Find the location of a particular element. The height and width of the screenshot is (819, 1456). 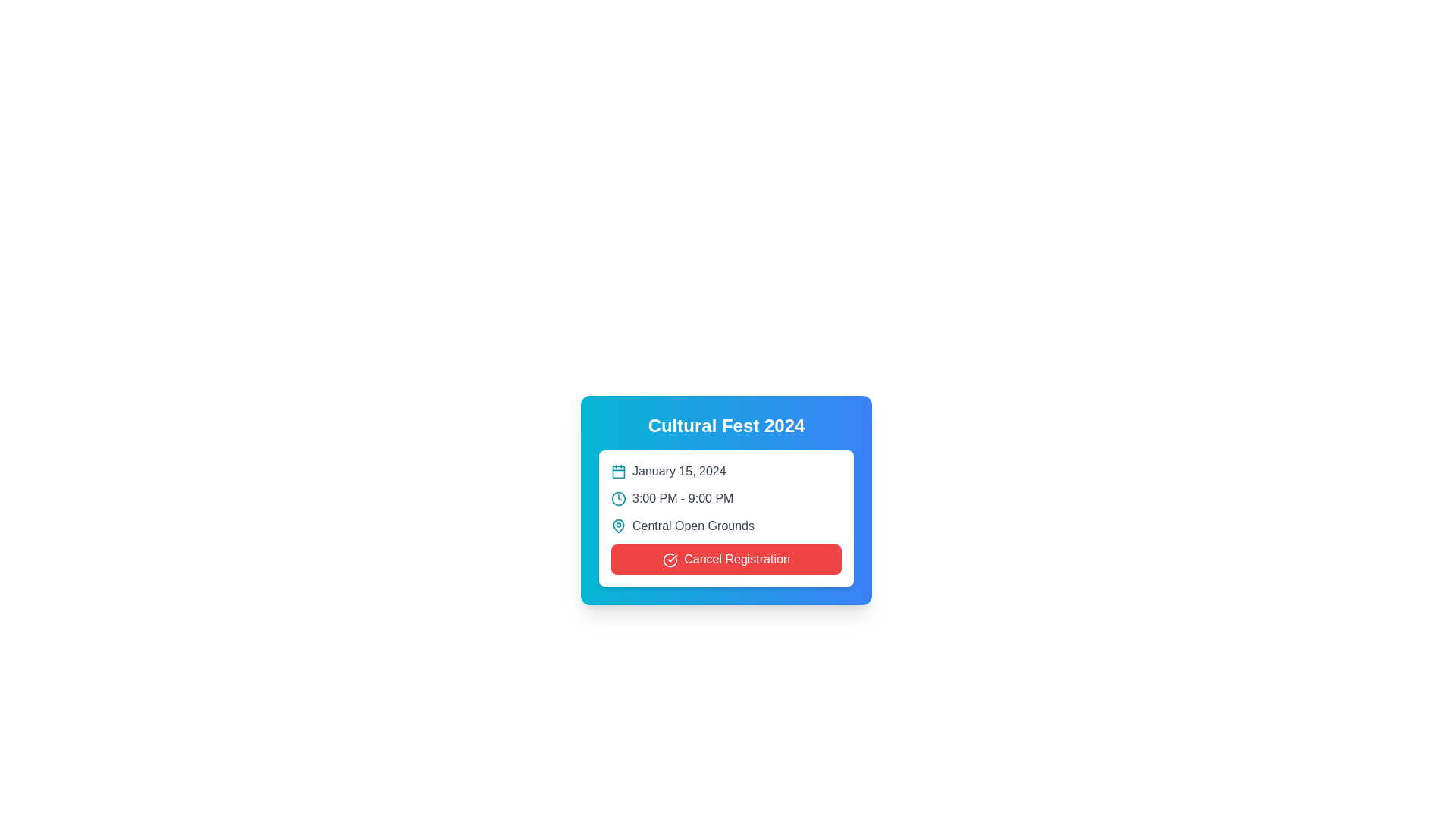

the cyan calendar icon located to the left of the text 'January 15, 2024' for information is located at coordinates (619, 470).